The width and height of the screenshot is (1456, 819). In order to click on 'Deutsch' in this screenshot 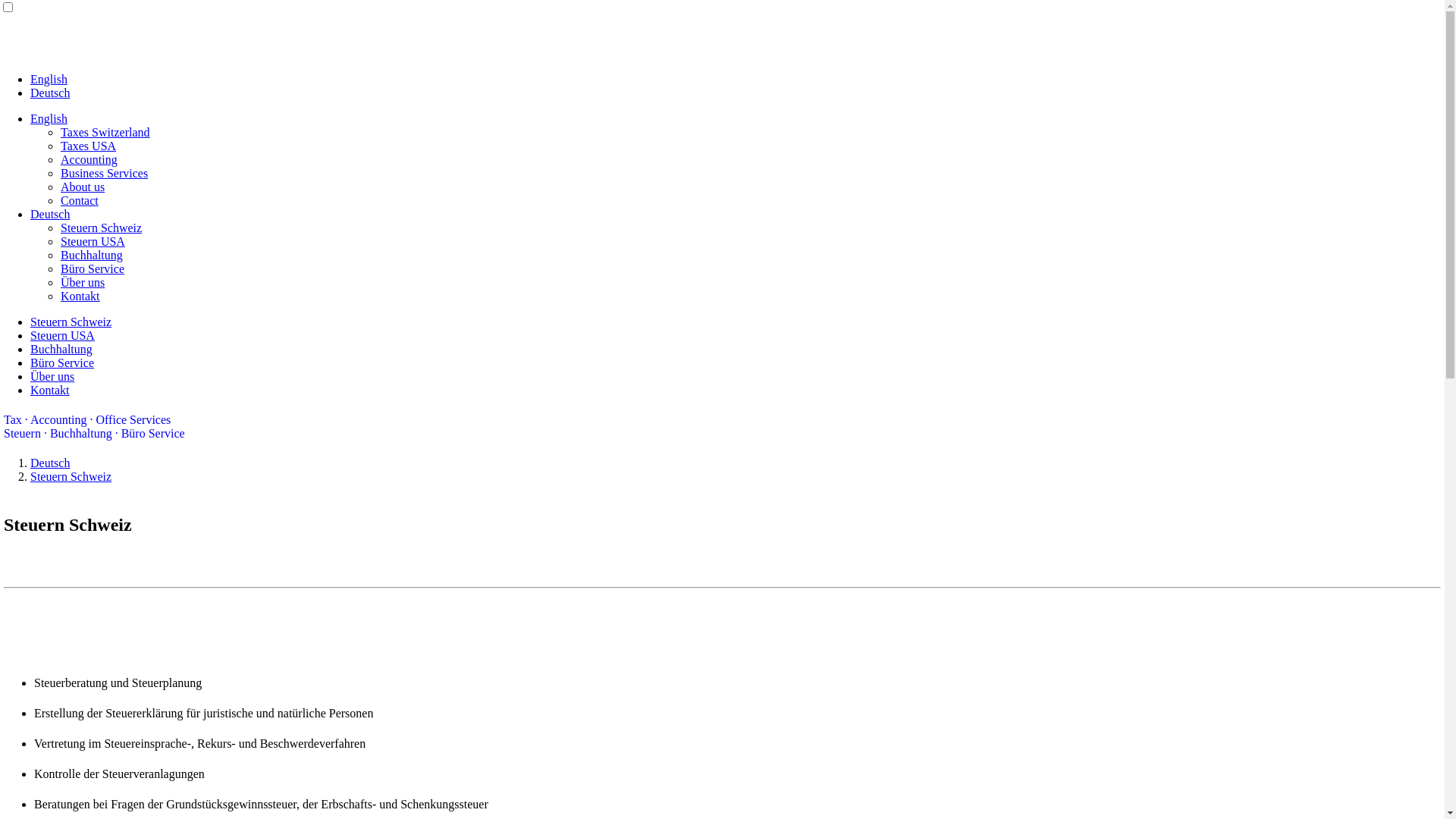, I will do `click(50, 214)`.